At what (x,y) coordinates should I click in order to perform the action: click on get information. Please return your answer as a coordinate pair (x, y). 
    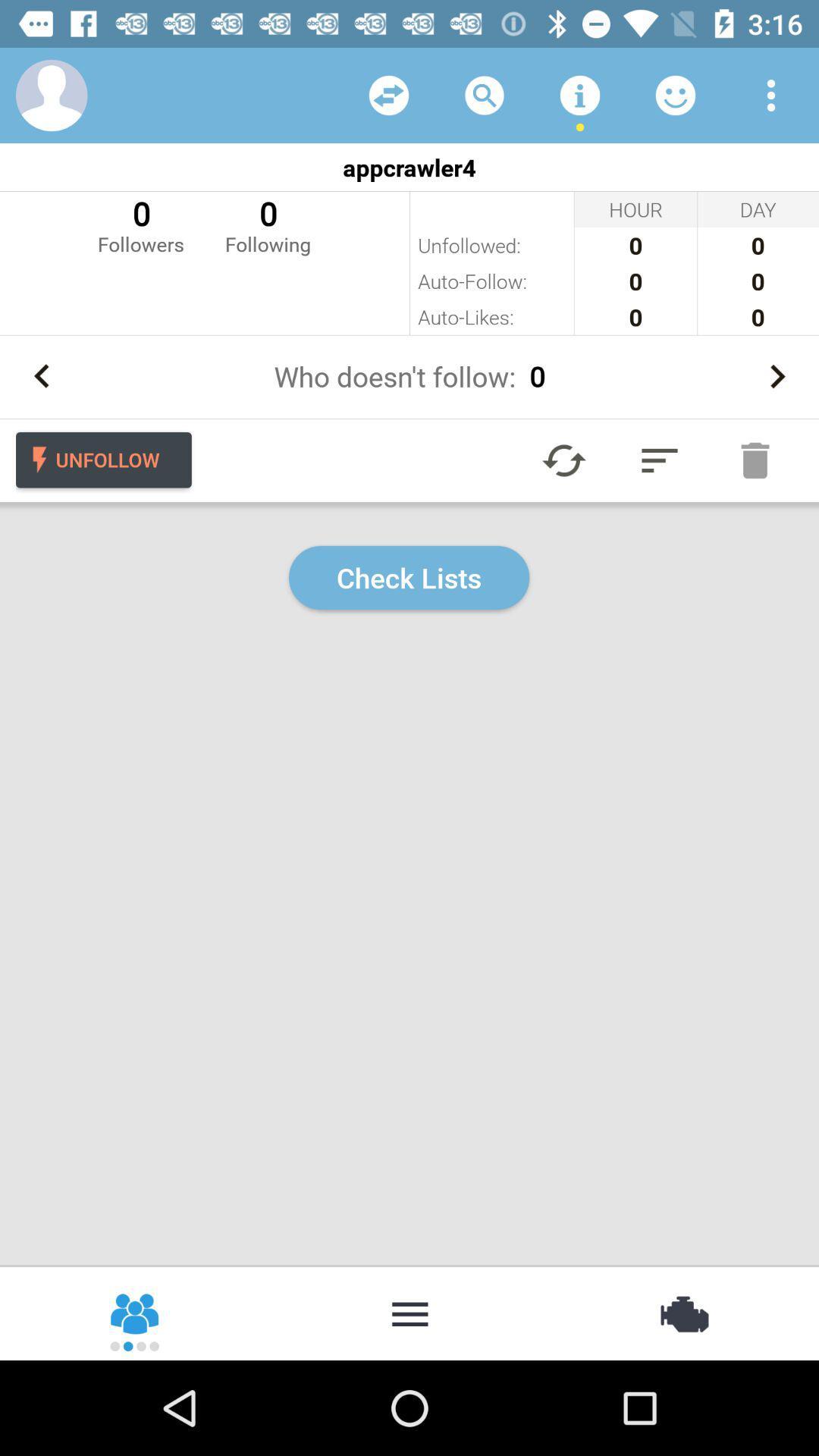
    Looking at the image, I should click on (579, 94).